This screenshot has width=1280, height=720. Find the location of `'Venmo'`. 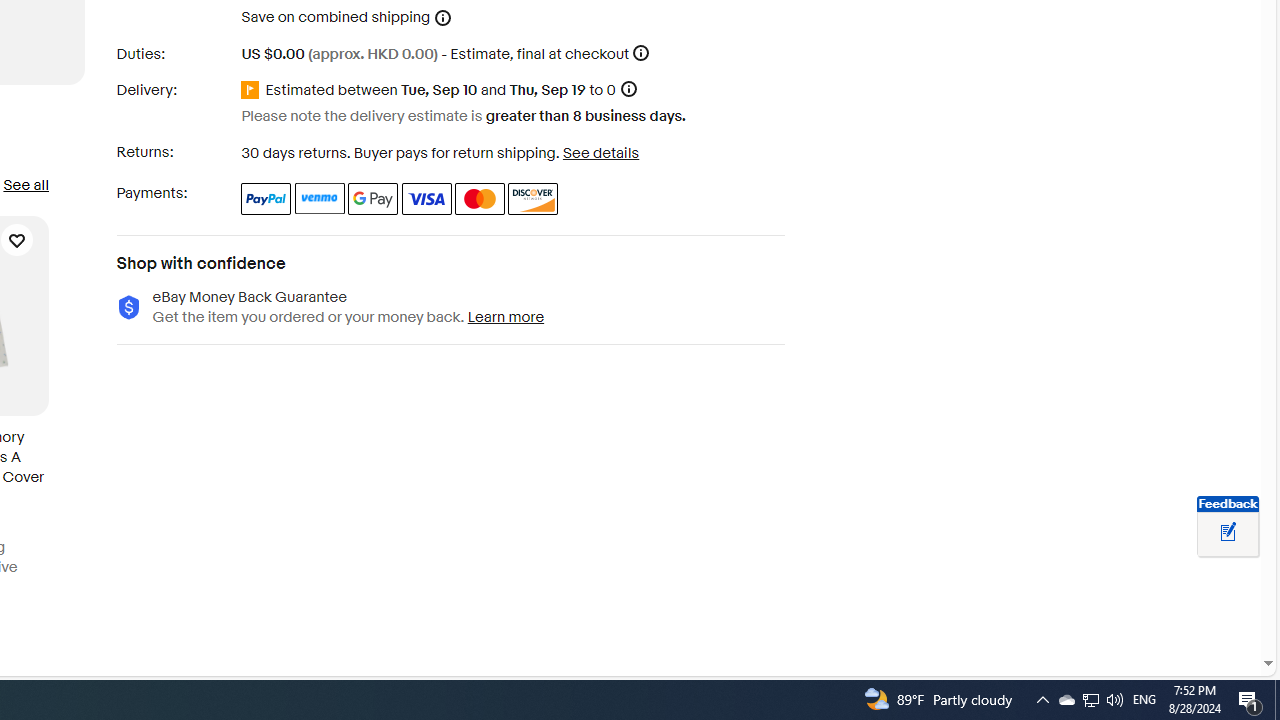

'Venmo' is located at coordinates (320, 198).